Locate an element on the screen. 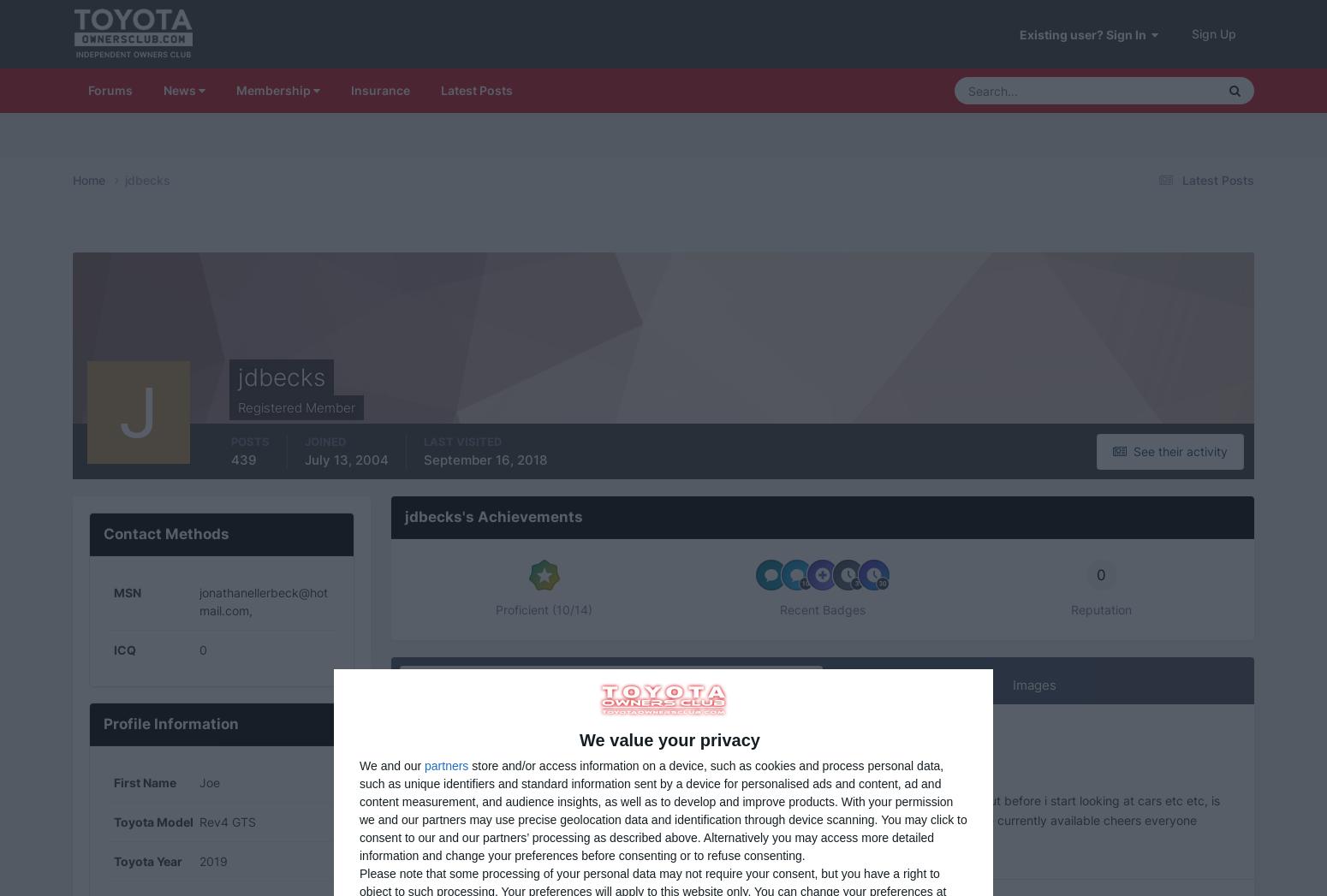  'Proficient (10/14)' is located at coordinates (543, 608).